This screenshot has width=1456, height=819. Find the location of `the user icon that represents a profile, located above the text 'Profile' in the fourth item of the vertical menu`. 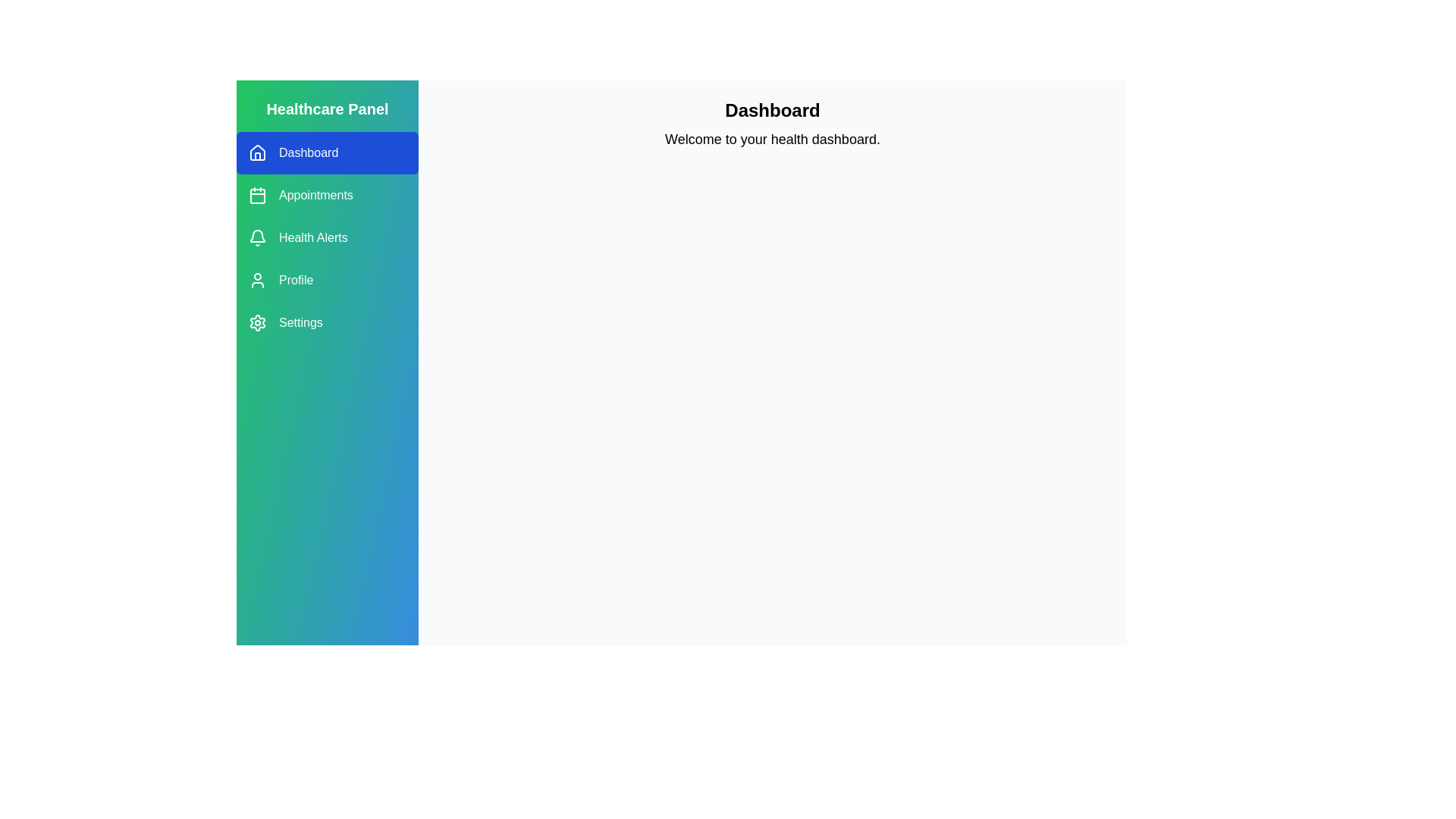

the user icon that represents a profile, located above the text 'Profile' in the fourth item of the vertical menu is located at coordinates (258, 281).